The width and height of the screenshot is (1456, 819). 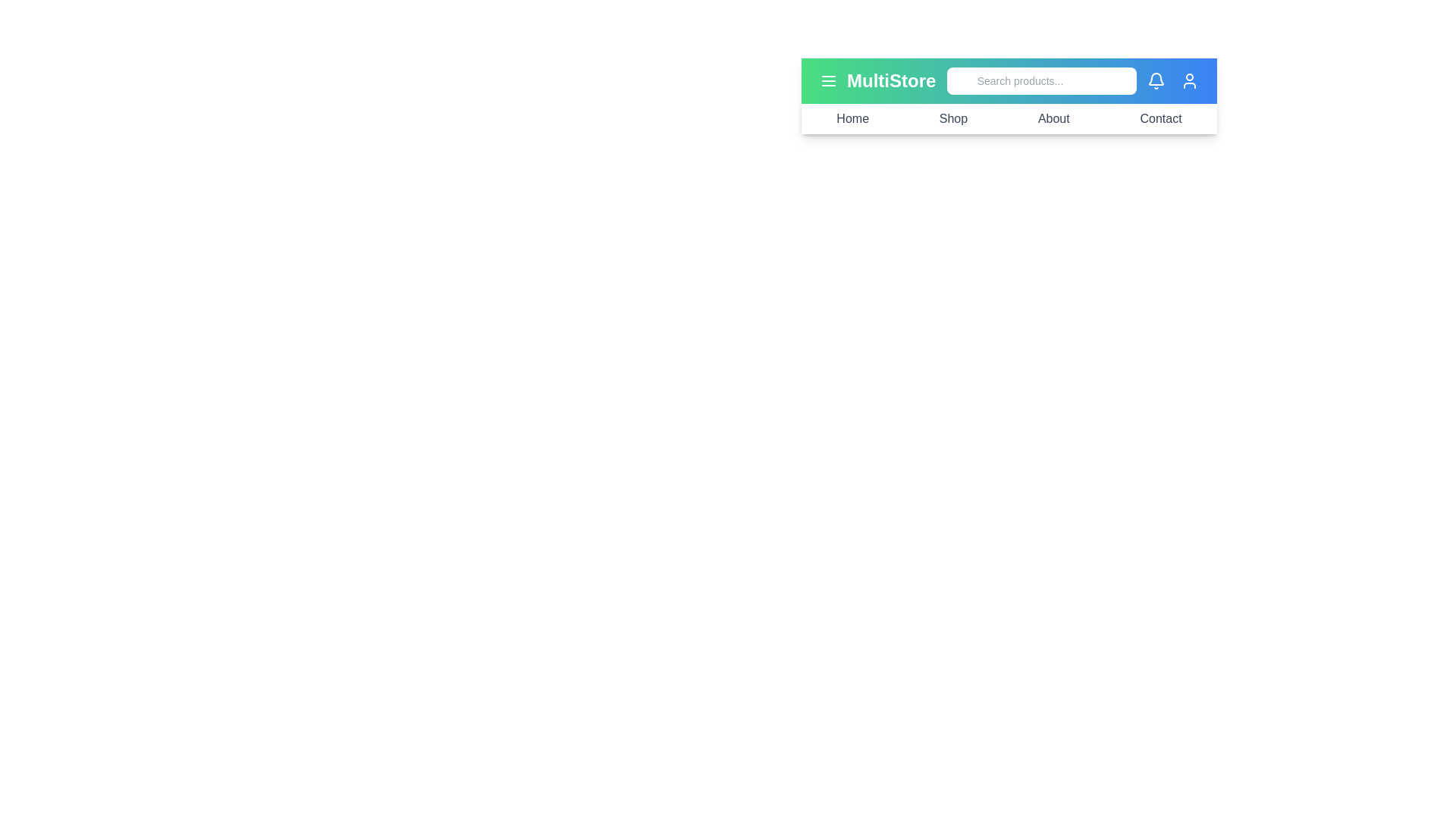 I want to click on the About navigation link, so click(x=1053, y=118).